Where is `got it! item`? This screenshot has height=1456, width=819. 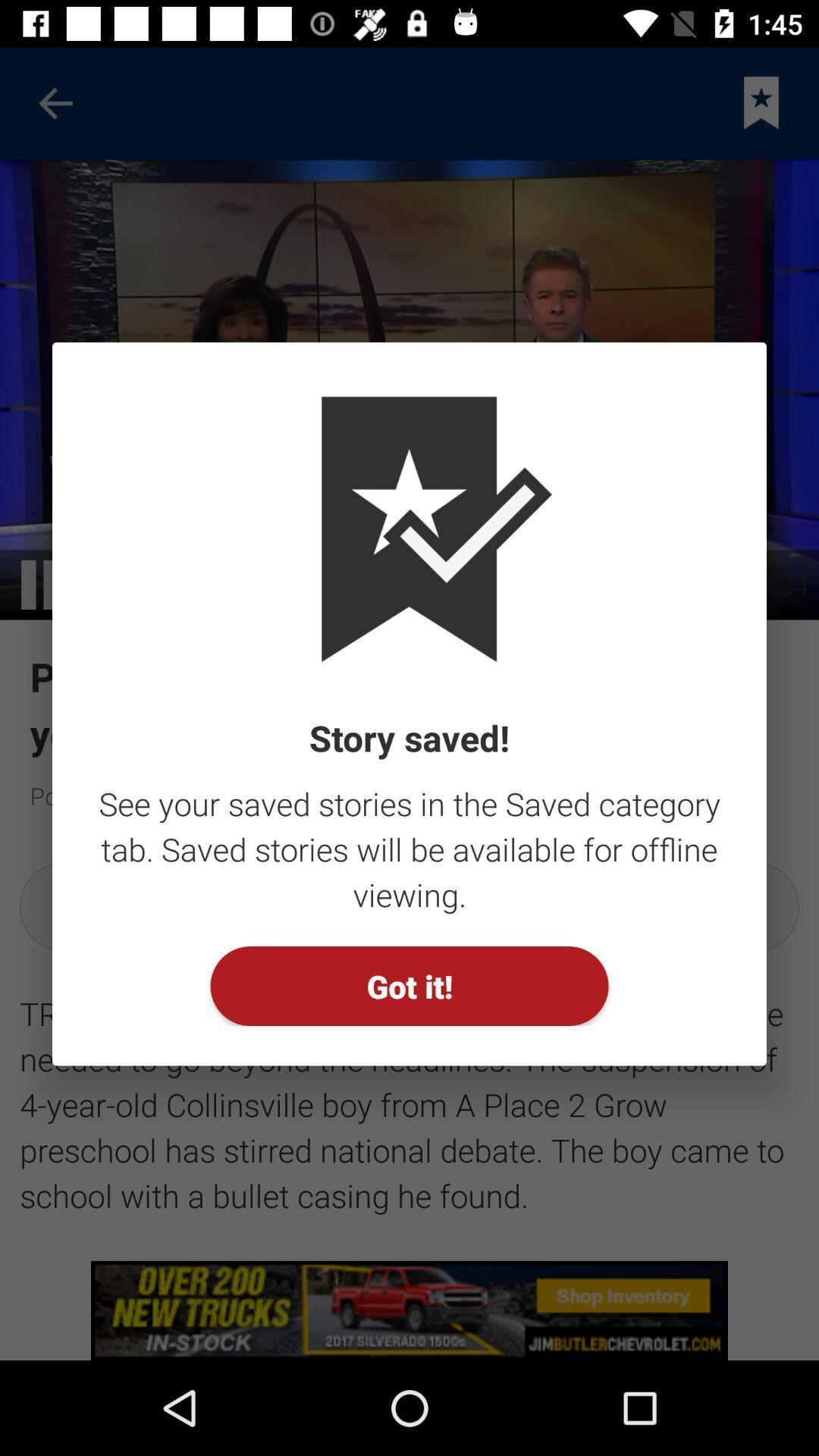 got it! item is located at coordinates (409, 986).